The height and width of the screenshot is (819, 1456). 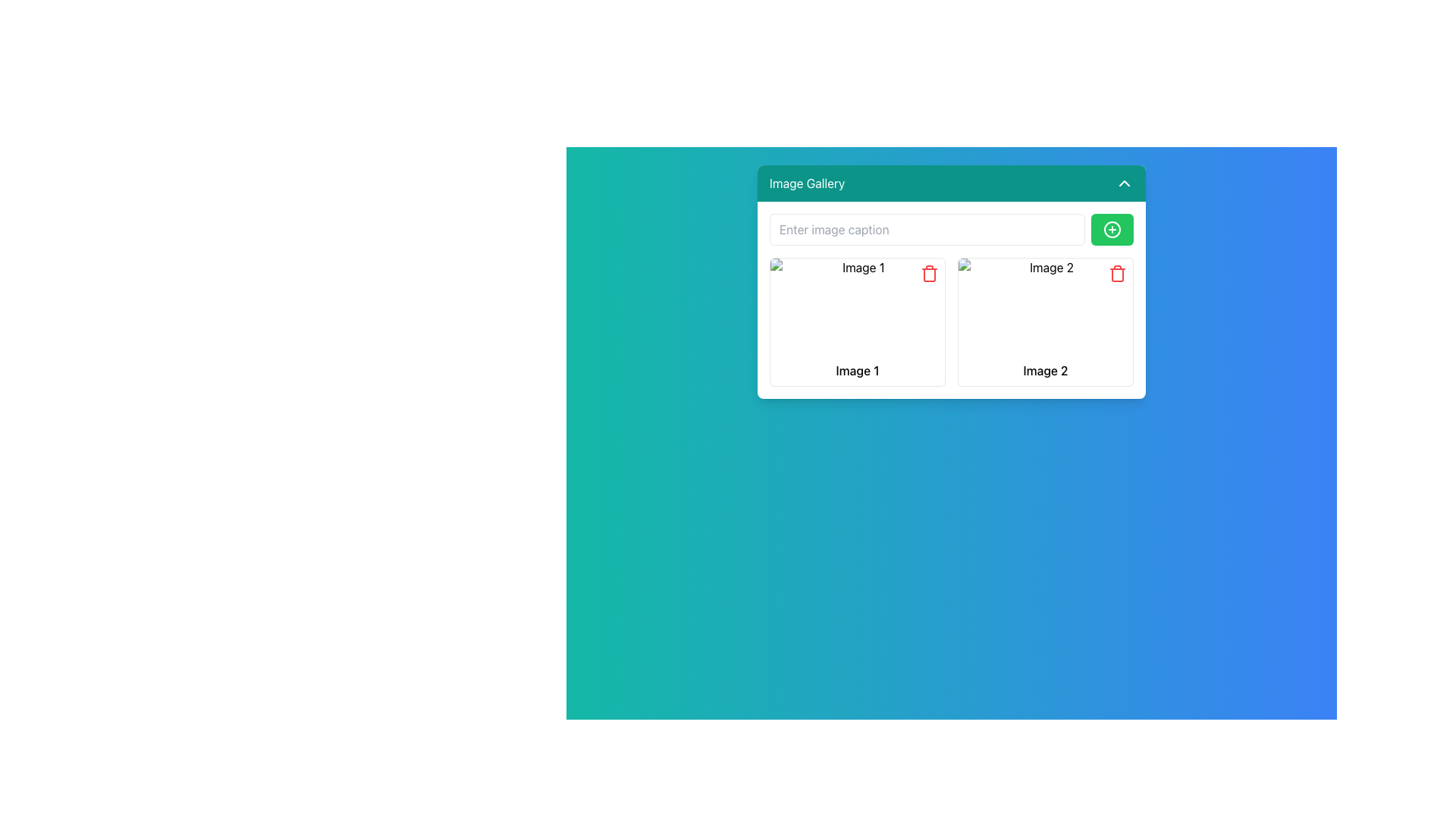 What do you see at coordinates (1125, 183) in the screenshot?
I see `the upward-pointing chevron icon button in the teal-colored header of the 'Image Gallery' section` at bounding box center [1125, 183].